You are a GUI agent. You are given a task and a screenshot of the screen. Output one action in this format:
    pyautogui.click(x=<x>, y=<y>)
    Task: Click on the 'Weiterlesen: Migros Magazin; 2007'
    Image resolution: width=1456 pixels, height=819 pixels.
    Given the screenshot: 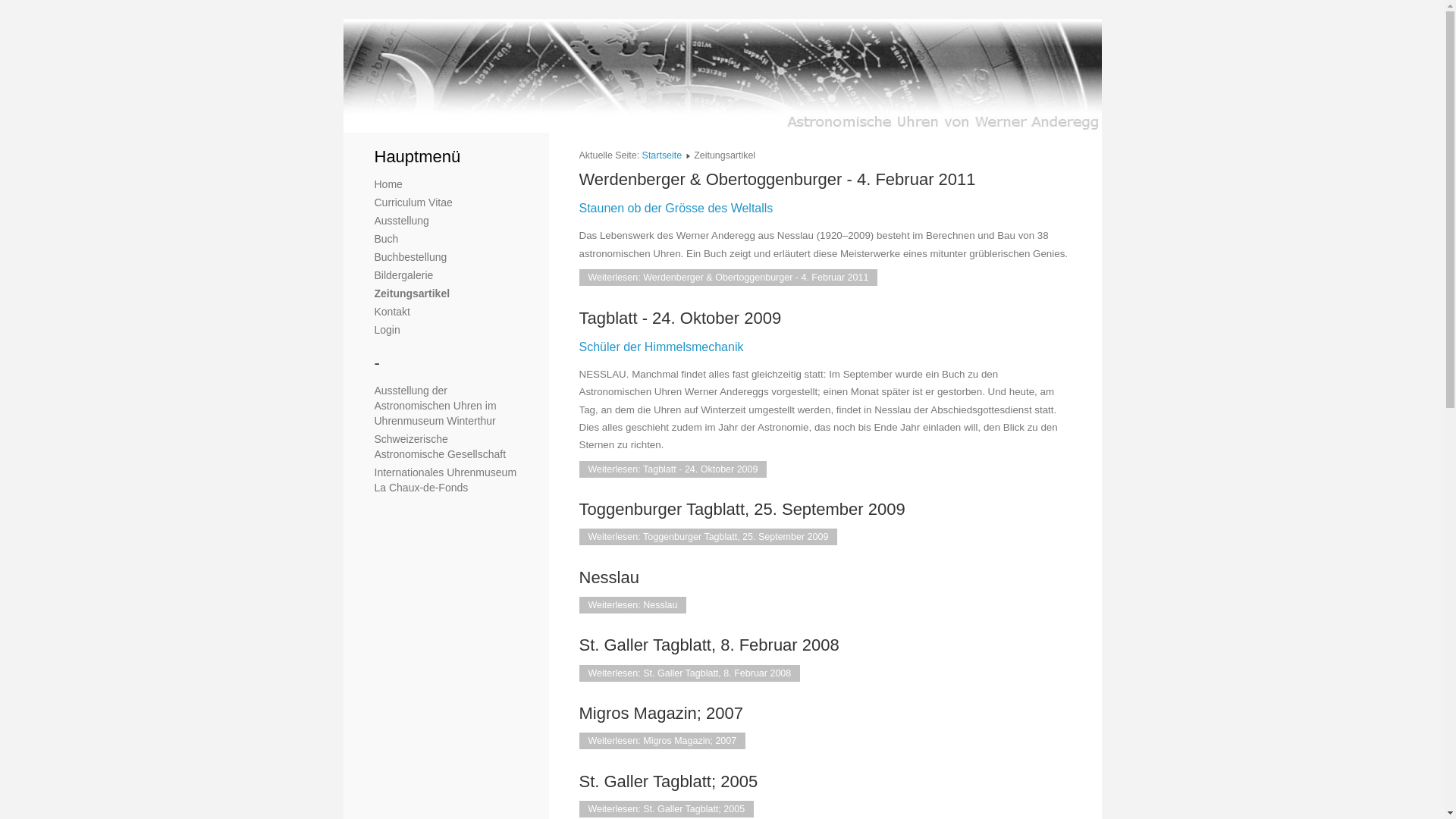 What is the action you would take?
    pyautogui.click(x=662, y=739)
    